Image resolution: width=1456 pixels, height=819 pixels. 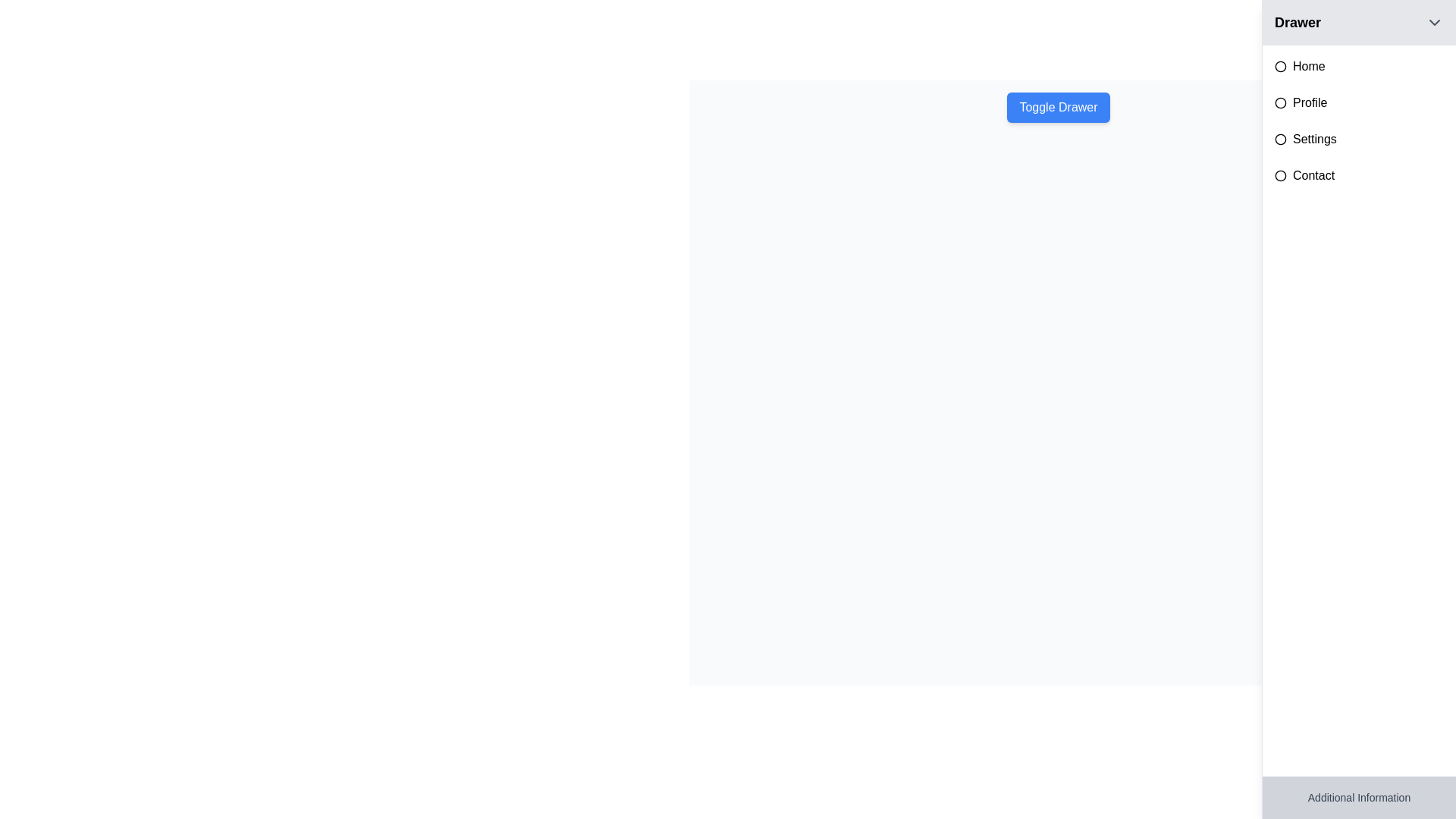 I want to click on the circular icon styled with a simple stroke design, located to the left of the 'Profile' text in the vertically-stacked menu inside the drawer, so click(x=1280, y=102).